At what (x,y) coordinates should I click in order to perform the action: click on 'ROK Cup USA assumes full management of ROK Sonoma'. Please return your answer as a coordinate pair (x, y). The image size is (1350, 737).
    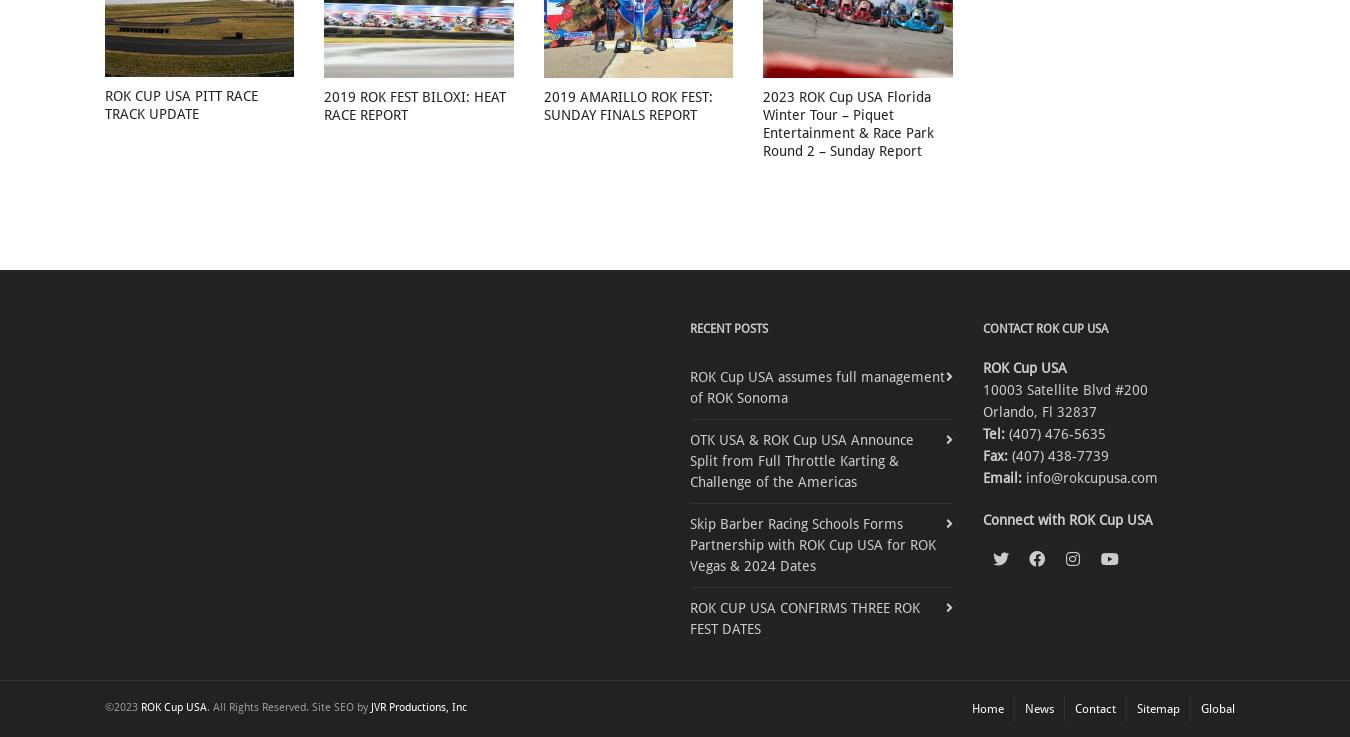
    Looking at the image, I should click on (817, 386).